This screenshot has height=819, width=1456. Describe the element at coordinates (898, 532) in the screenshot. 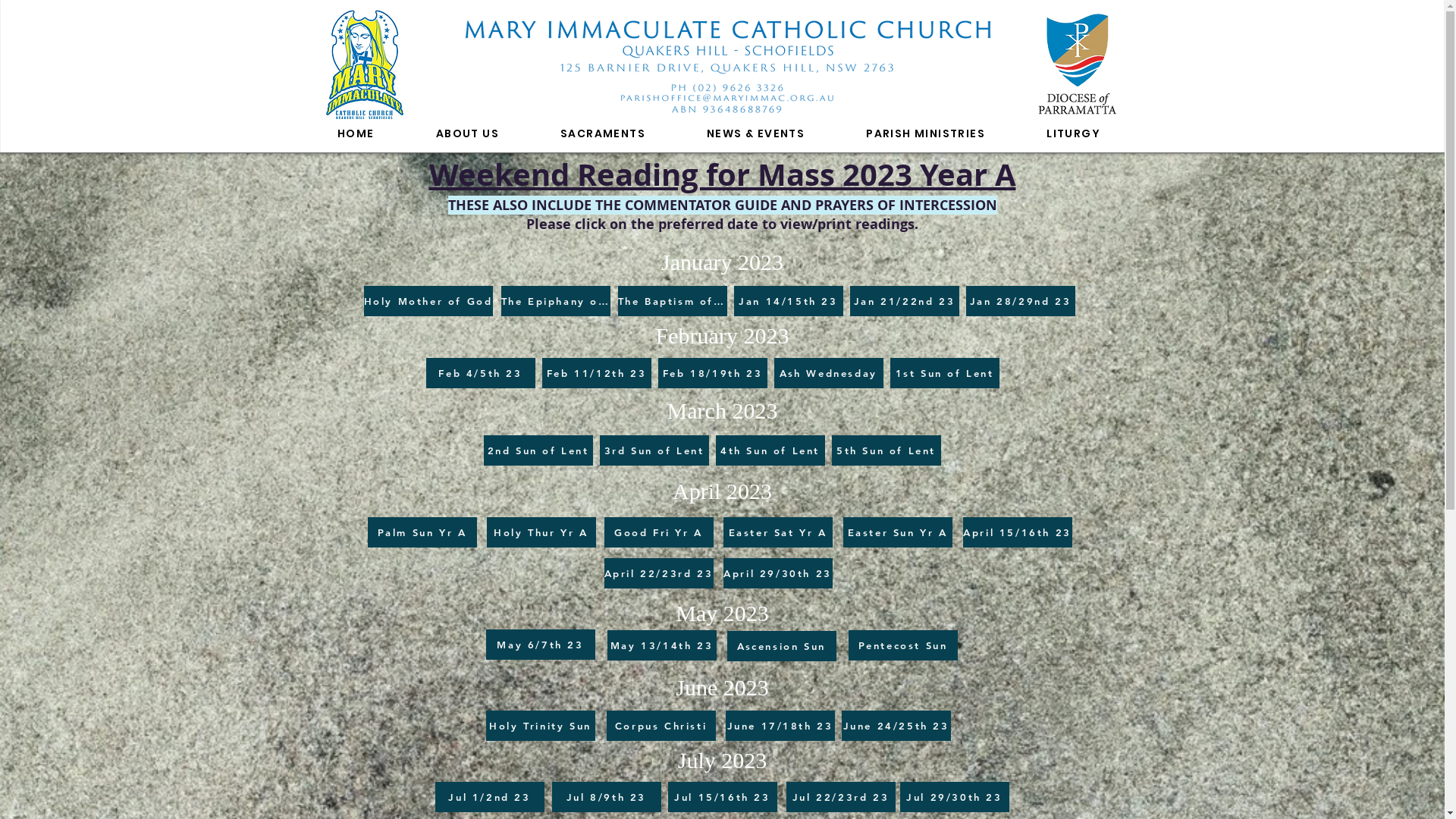

I see `'Easter Sun Yr A'` at that location.